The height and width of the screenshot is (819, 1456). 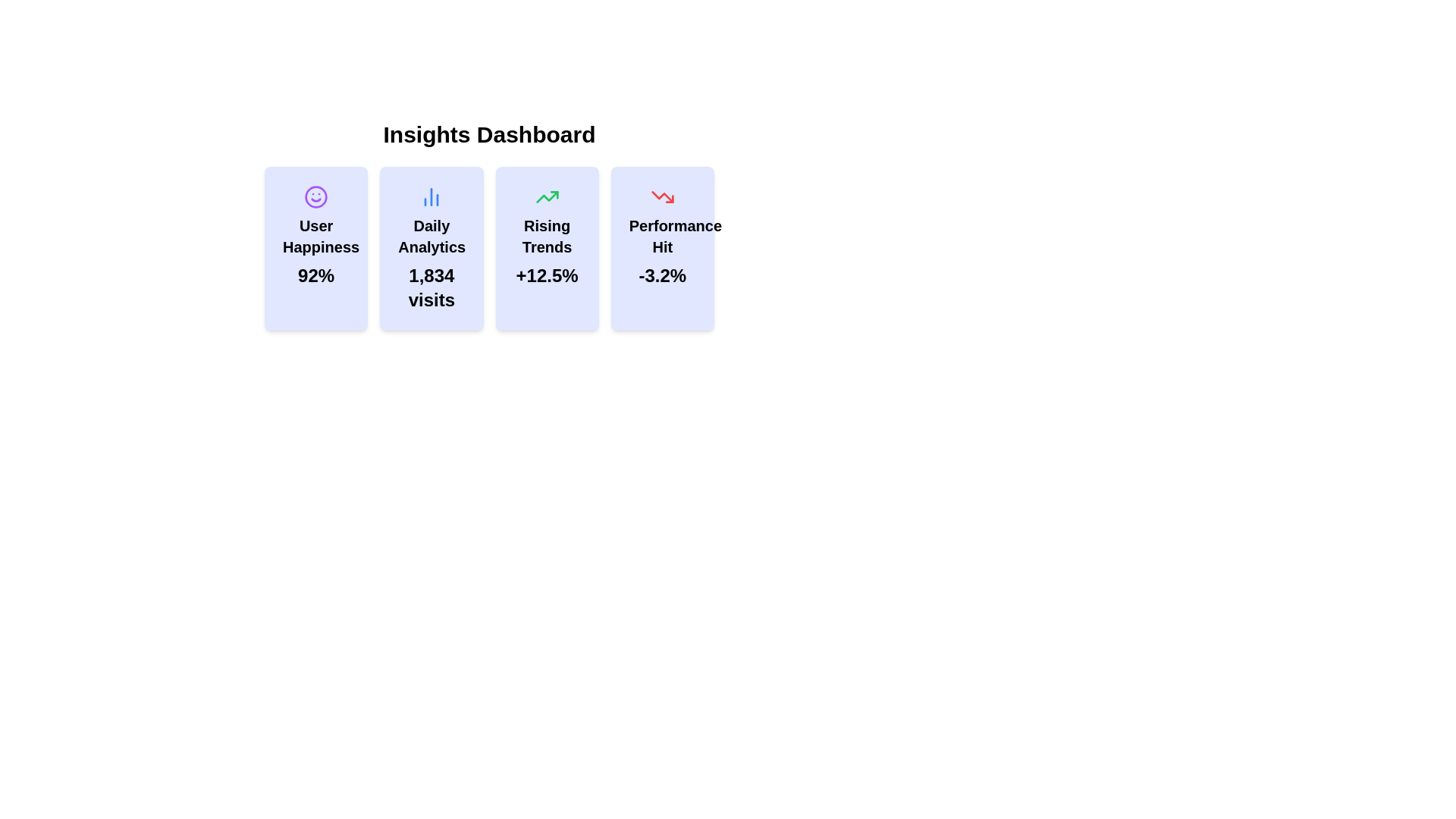 What do you see at coordinates (431, 288) in the screenshot?
I see `numerical value displayed in the text label within the 'Daily Analytics' card, which shows '1,834'` at bounding box center [431, 288].